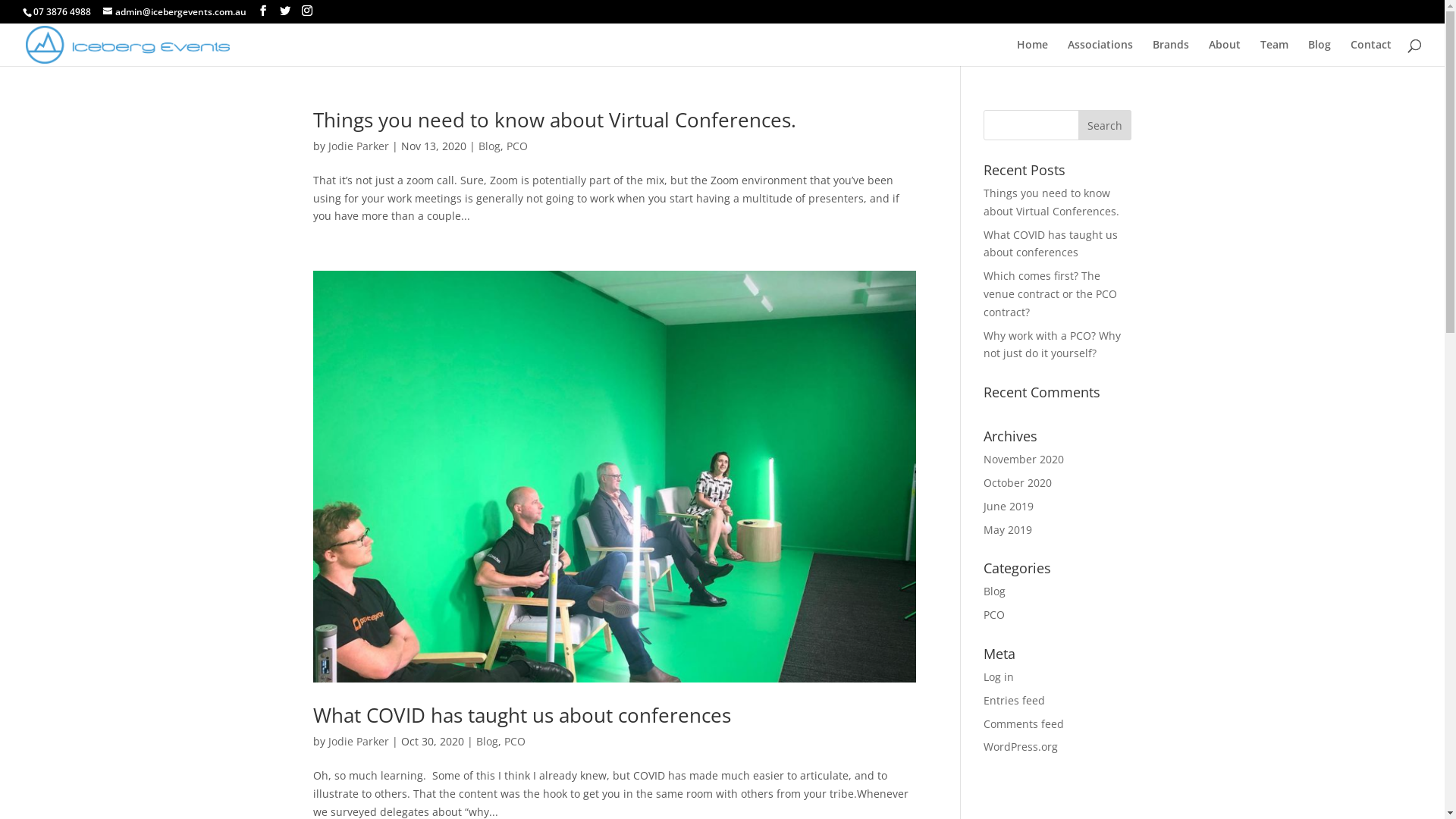 Image resolution: width=1456 pixels, height=819 pixels. I want to click on 'Things you need to know about Virtual Conferences.', so click(1050, 201).